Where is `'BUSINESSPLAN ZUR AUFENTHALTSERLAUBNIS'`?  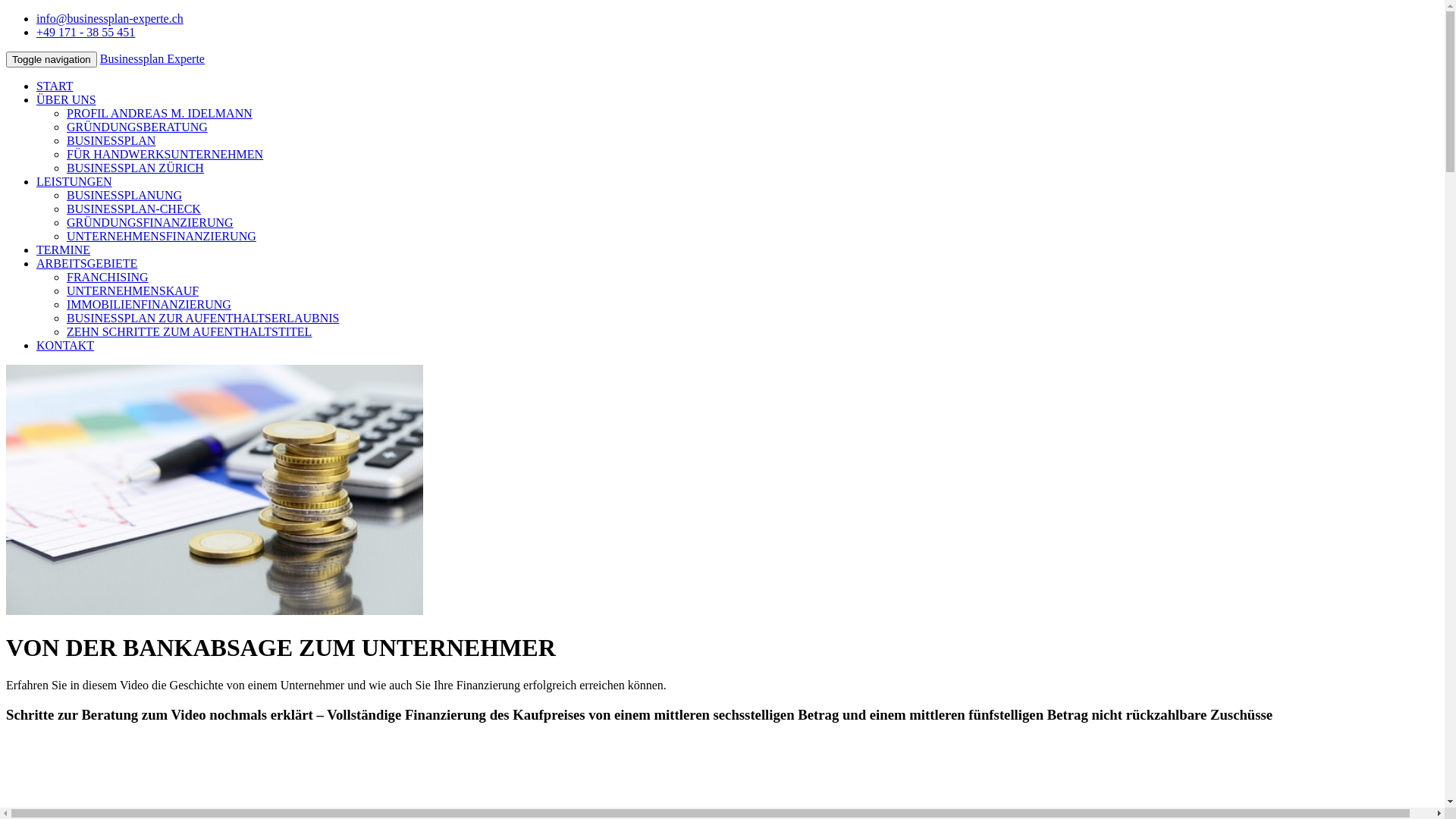
'BUSINESSPLAN ZUR AUFENTHALTSERLAUBNIS' is located at coordinates (202, 317).